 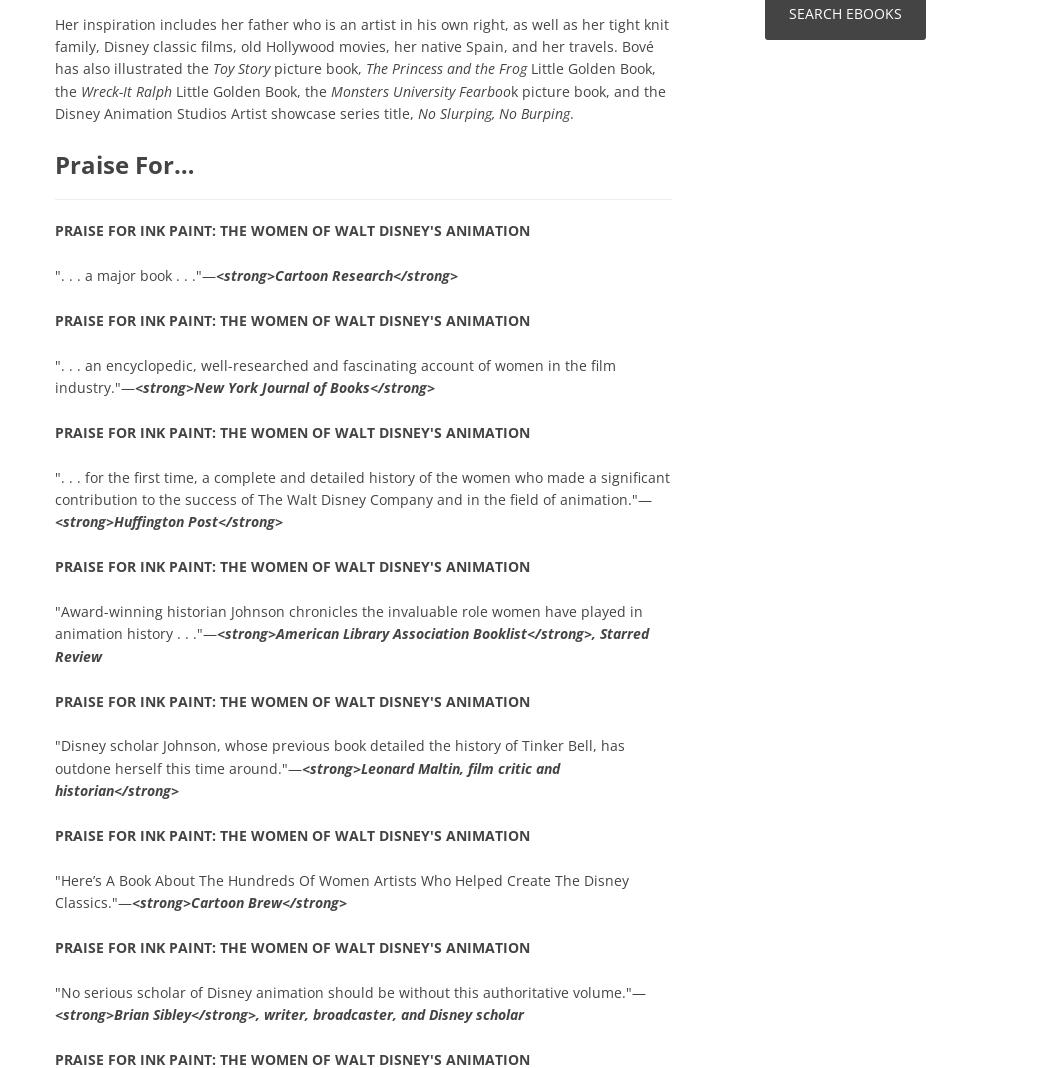 I want to click on '<strong>Leonard Maltin, film critic and historian</strong>', so click(x=307, y=778).